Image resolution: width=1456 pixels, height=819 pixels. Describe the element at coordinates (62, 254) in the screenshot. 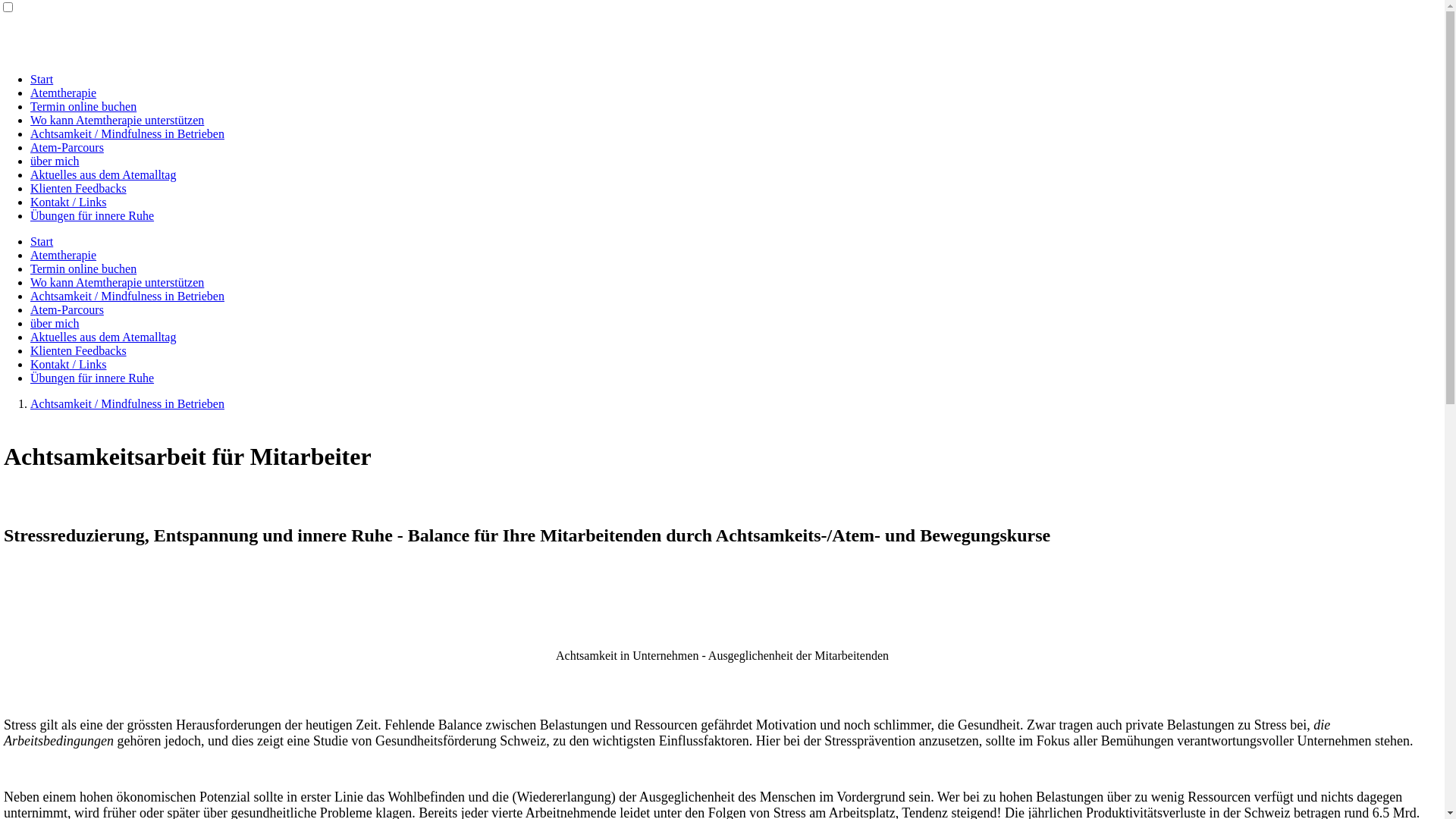

I see `'Atemtherapie'` at that location.